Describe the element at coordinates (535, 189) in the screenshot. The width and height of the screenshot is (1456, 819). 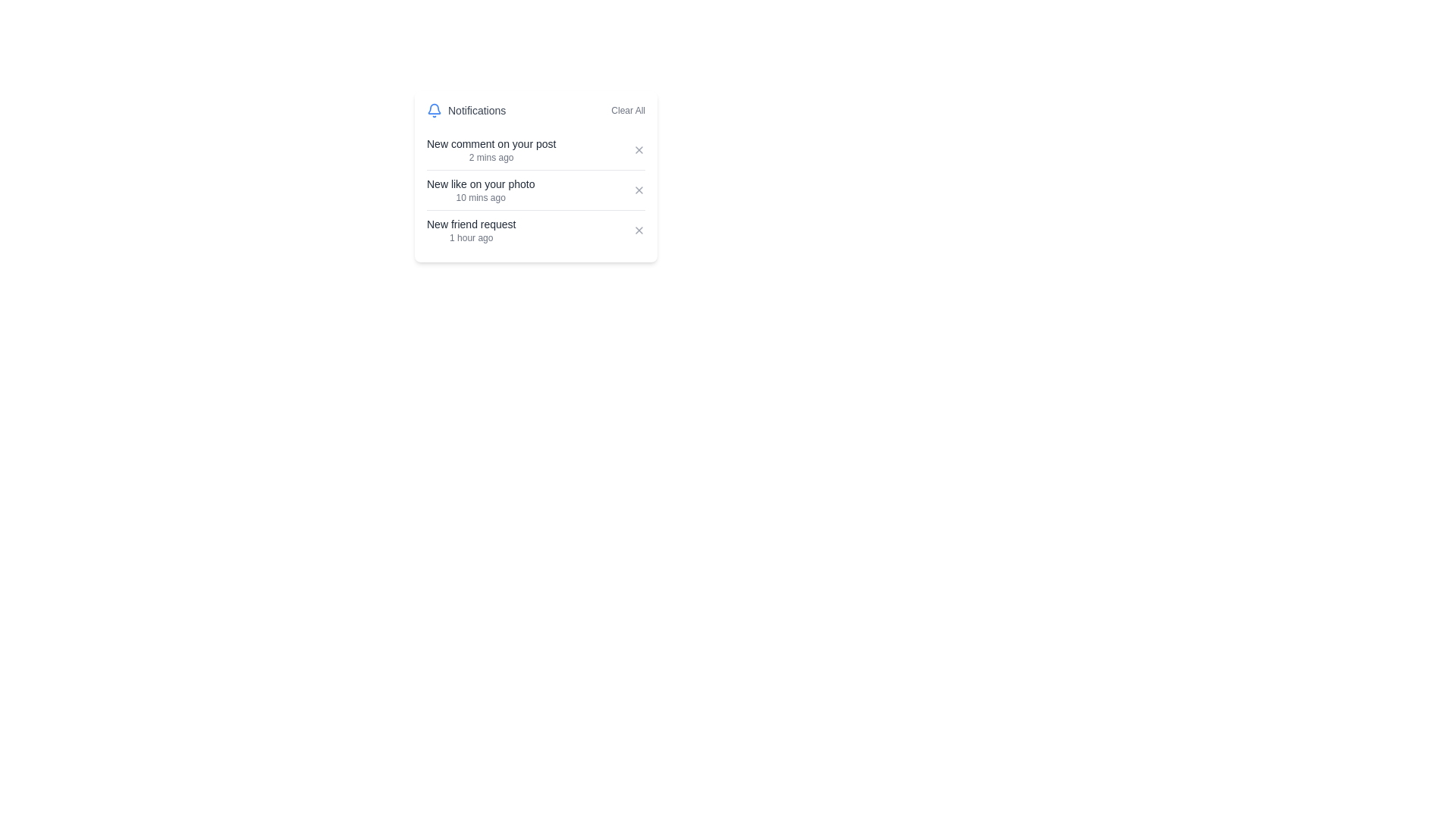
I see `the notification item with the headline 'New like on your photo'` at that location.